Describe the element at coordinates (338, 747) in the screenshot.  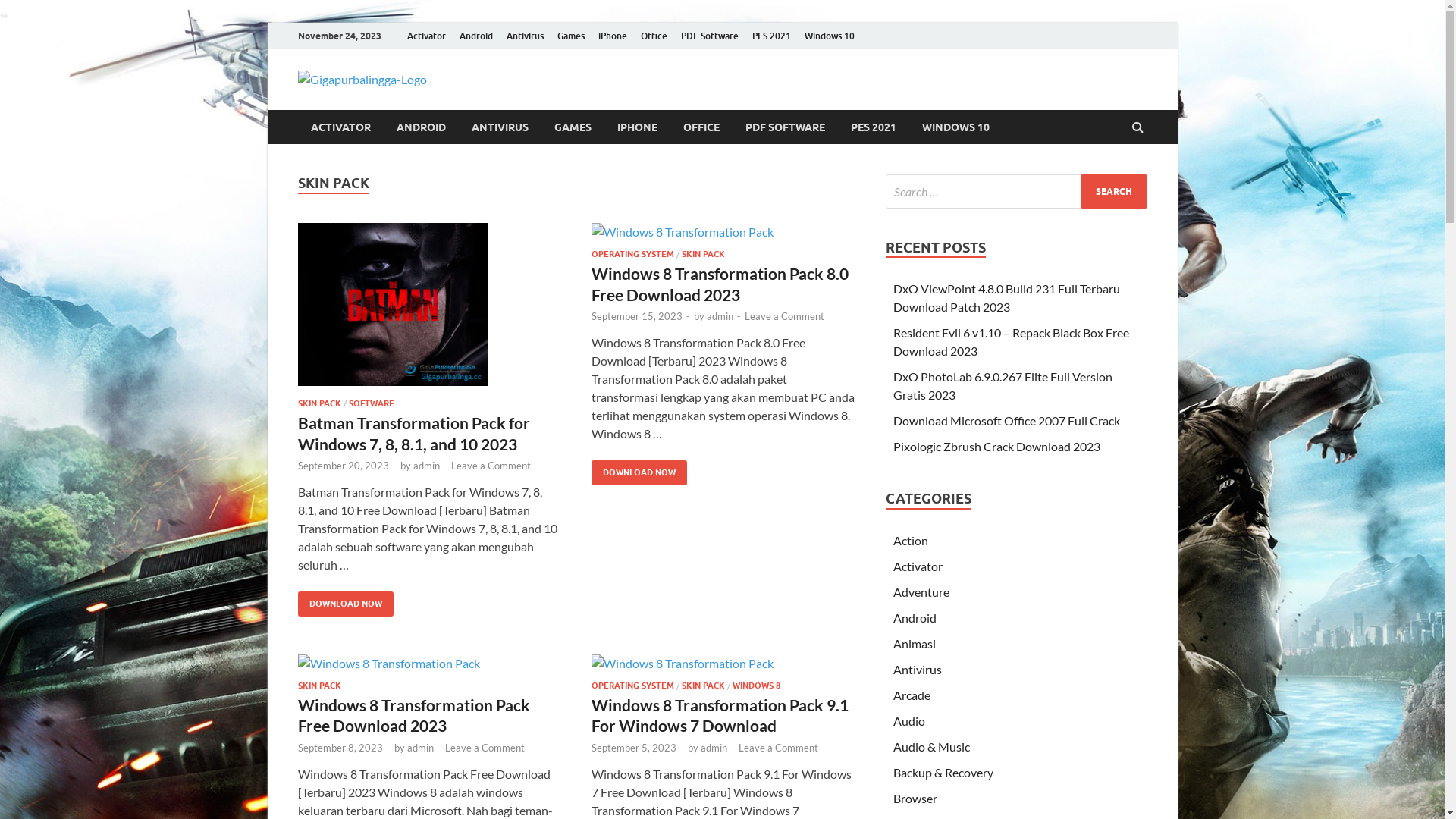
I see `'September 8, 2023'` at that location.